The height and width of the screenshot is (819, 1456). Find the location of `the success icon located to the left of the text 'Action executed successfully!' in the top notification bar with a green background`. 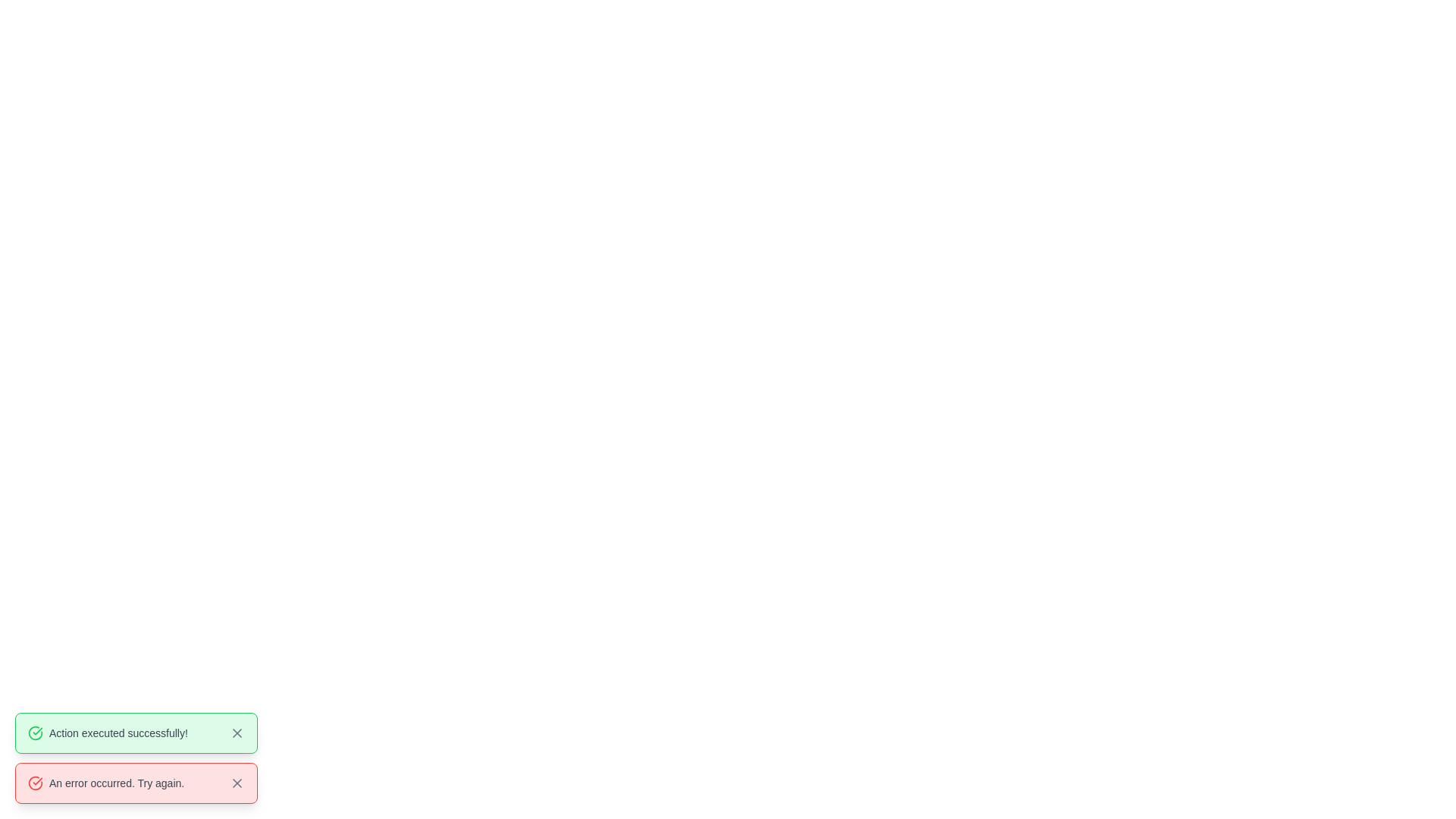

the success icon located to the left of the text 'Action executed successfully!' in the top notification bar with a green background is located at coordinates (36, 733).